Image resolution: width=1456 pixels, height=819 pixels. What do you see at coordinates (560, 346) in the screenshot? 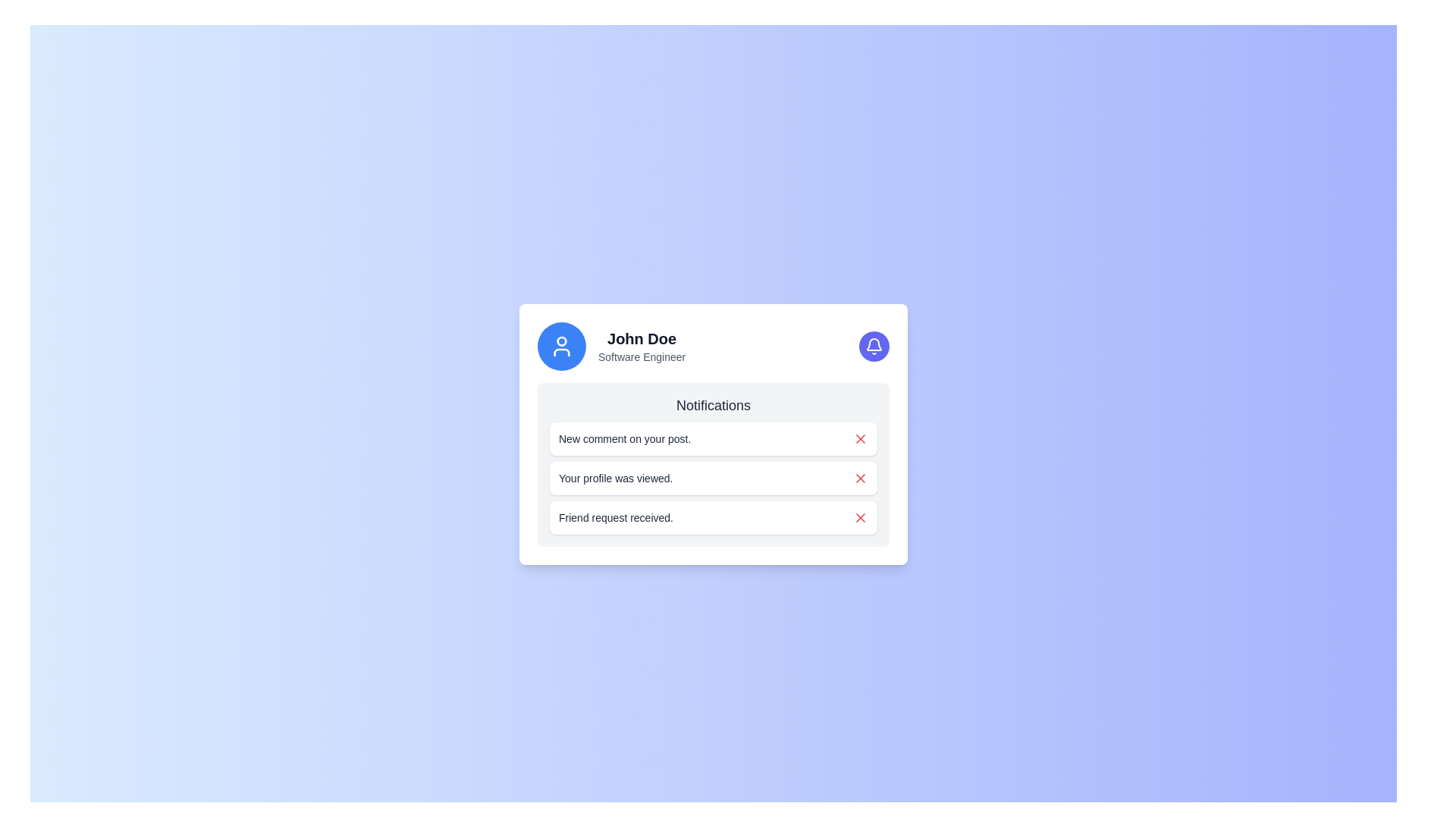
I see `the user avatar icon, which is styled with an outline and enclosed in a circular blue background, located on the left side of the card next to text for 'John Doe' and 'Software Engineer'` at bounding box center [560, 346].